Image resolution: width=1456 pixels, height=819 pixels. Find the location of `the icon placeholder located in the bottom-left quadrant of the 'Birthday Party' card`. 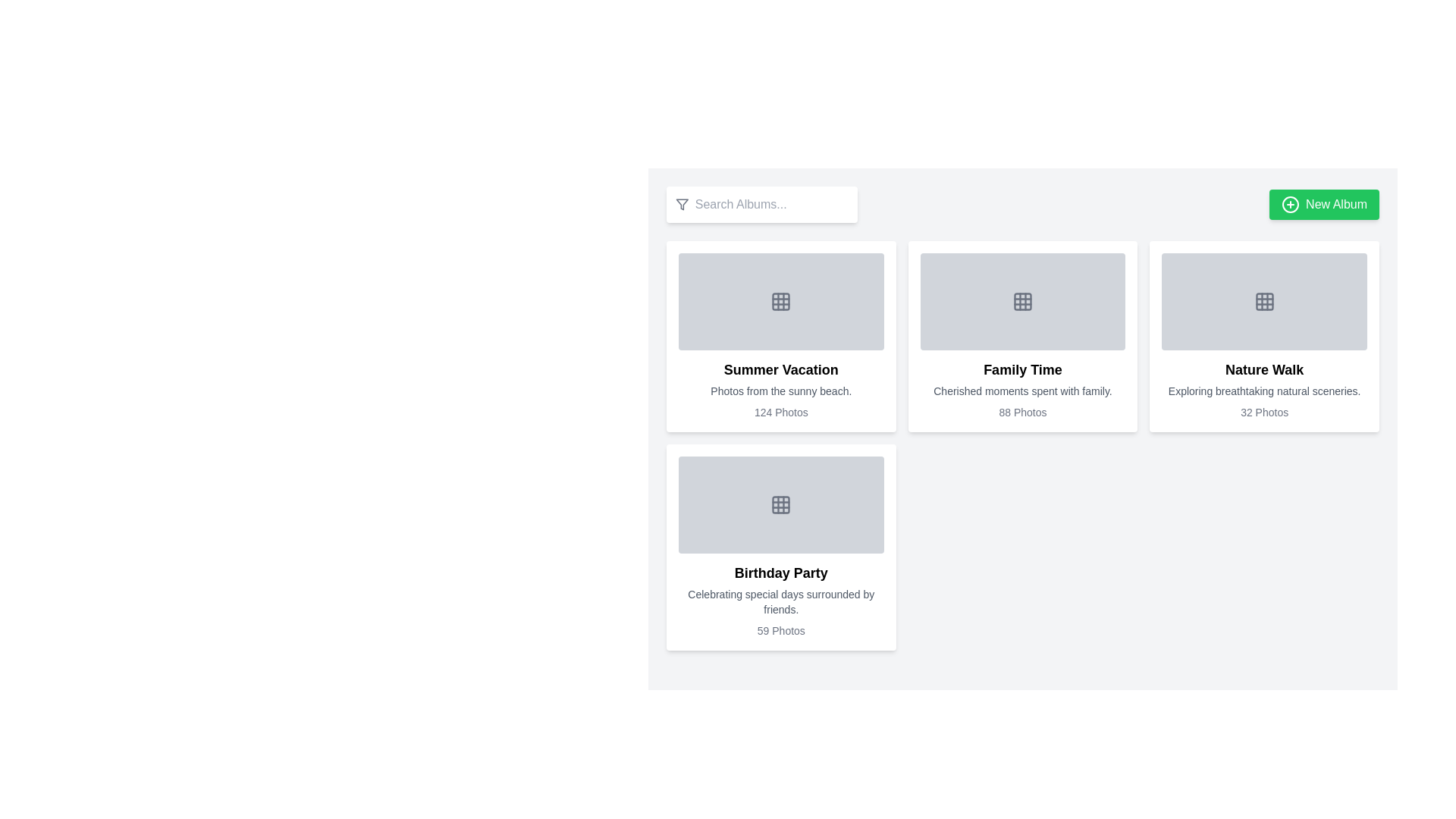

the icon placeholder located in the bottom-left quadrant of the 'Birthday Party' card is located at coordinates (781, 505).